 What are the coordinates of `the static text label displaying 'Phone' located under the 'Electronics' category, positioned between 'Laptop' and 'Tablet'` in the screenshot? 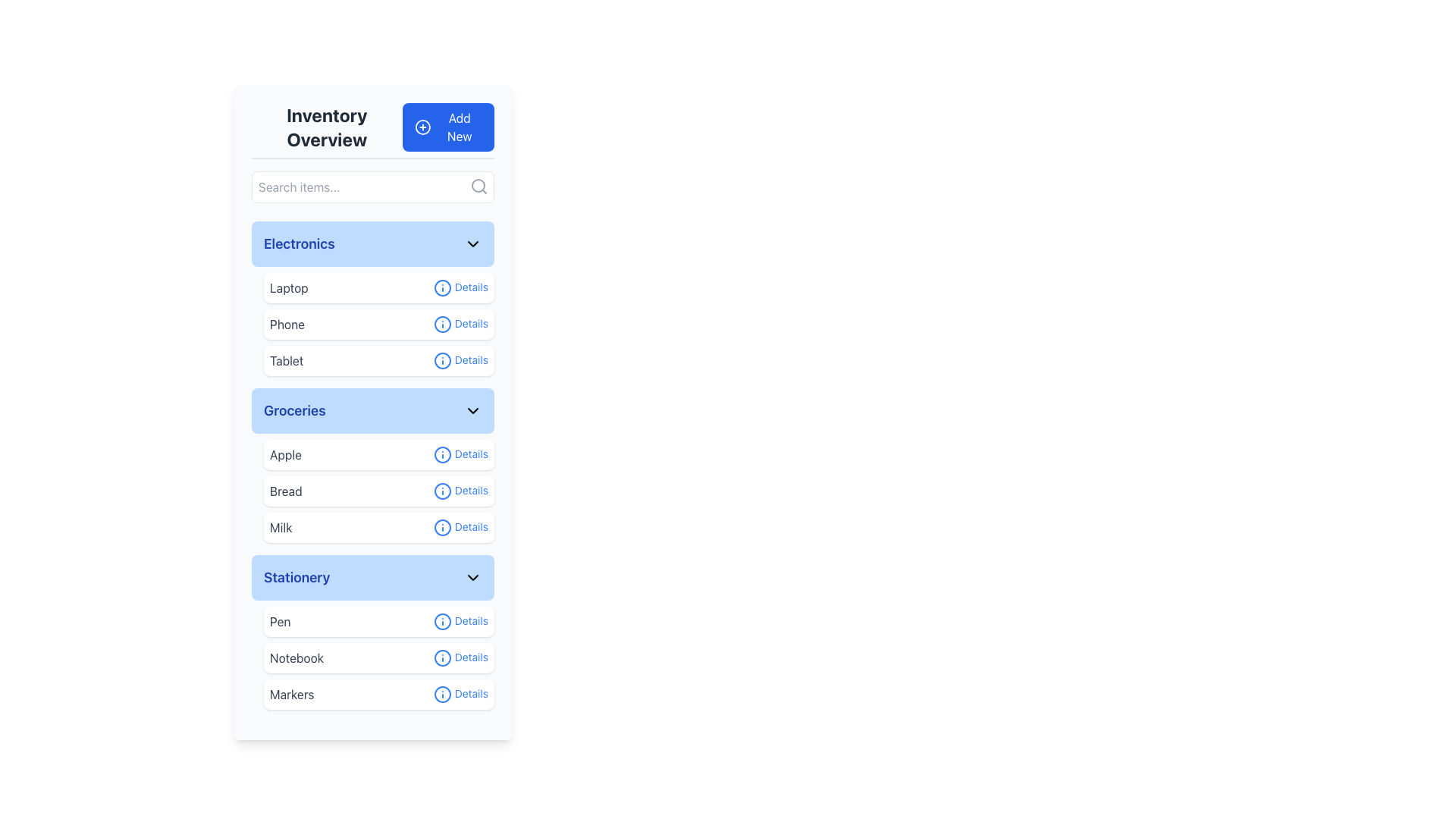 It's located at (287, 324).